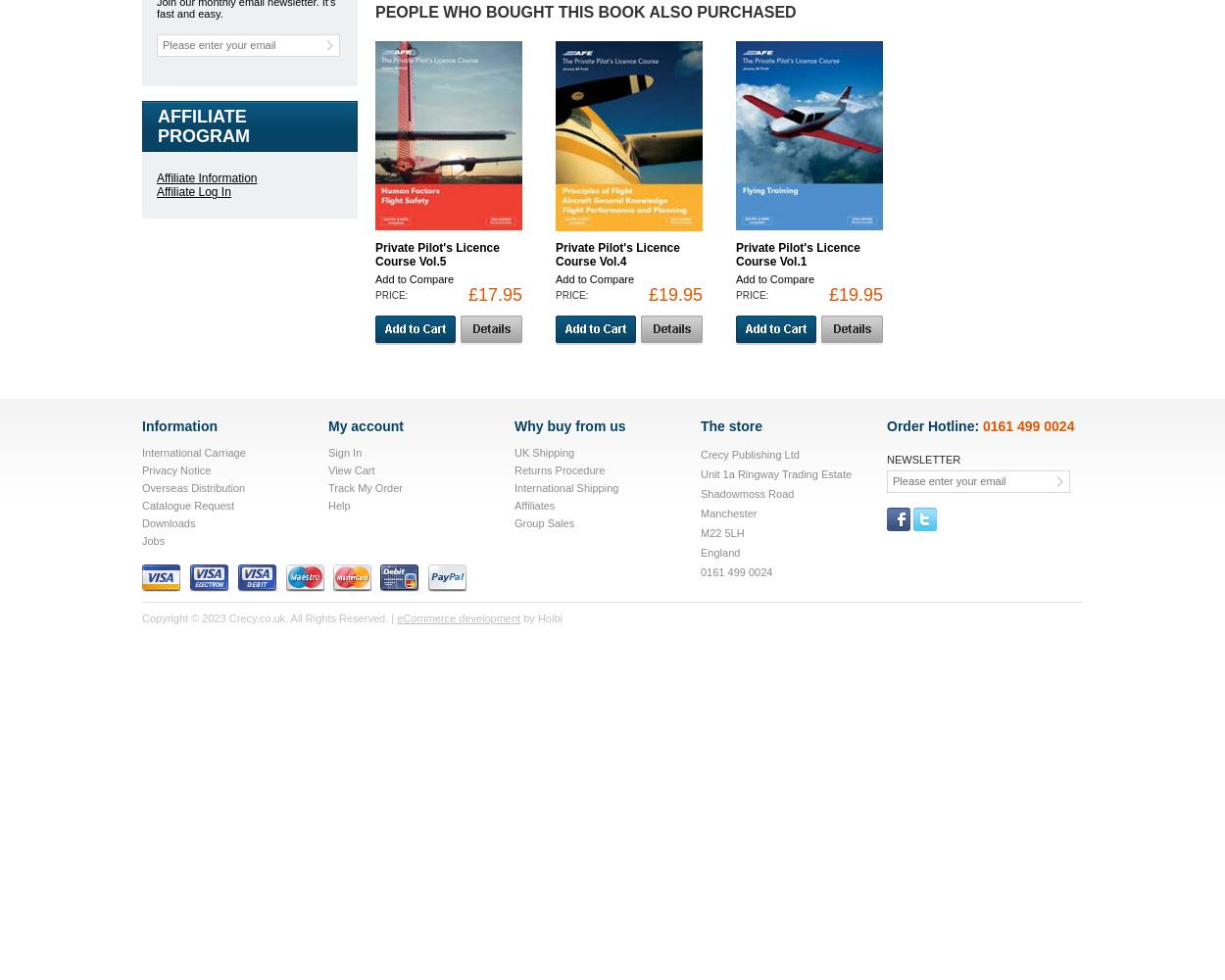  Describe the element at coordinates (776, 473) in the screenshot. I see `'Unit 1a Ringway Trading Estate'` at that location.